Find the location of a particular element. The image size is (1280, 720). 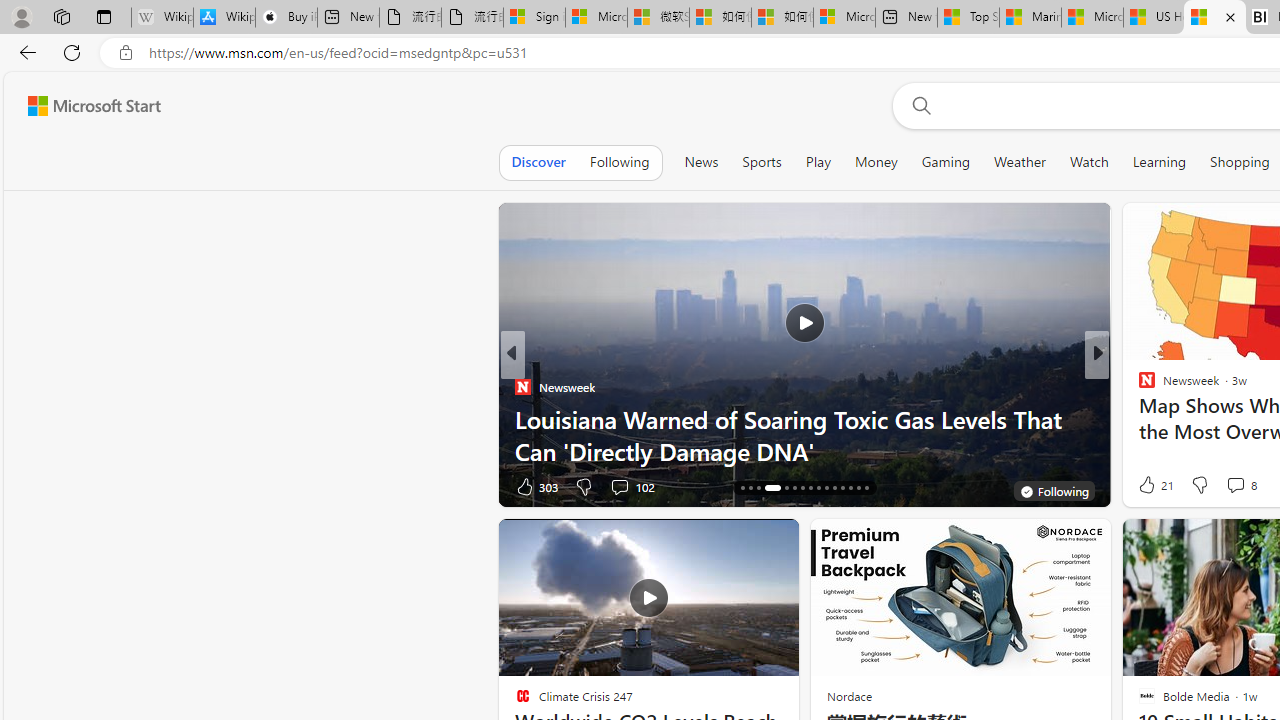

'Like' is located at coordinates (1140, 486).